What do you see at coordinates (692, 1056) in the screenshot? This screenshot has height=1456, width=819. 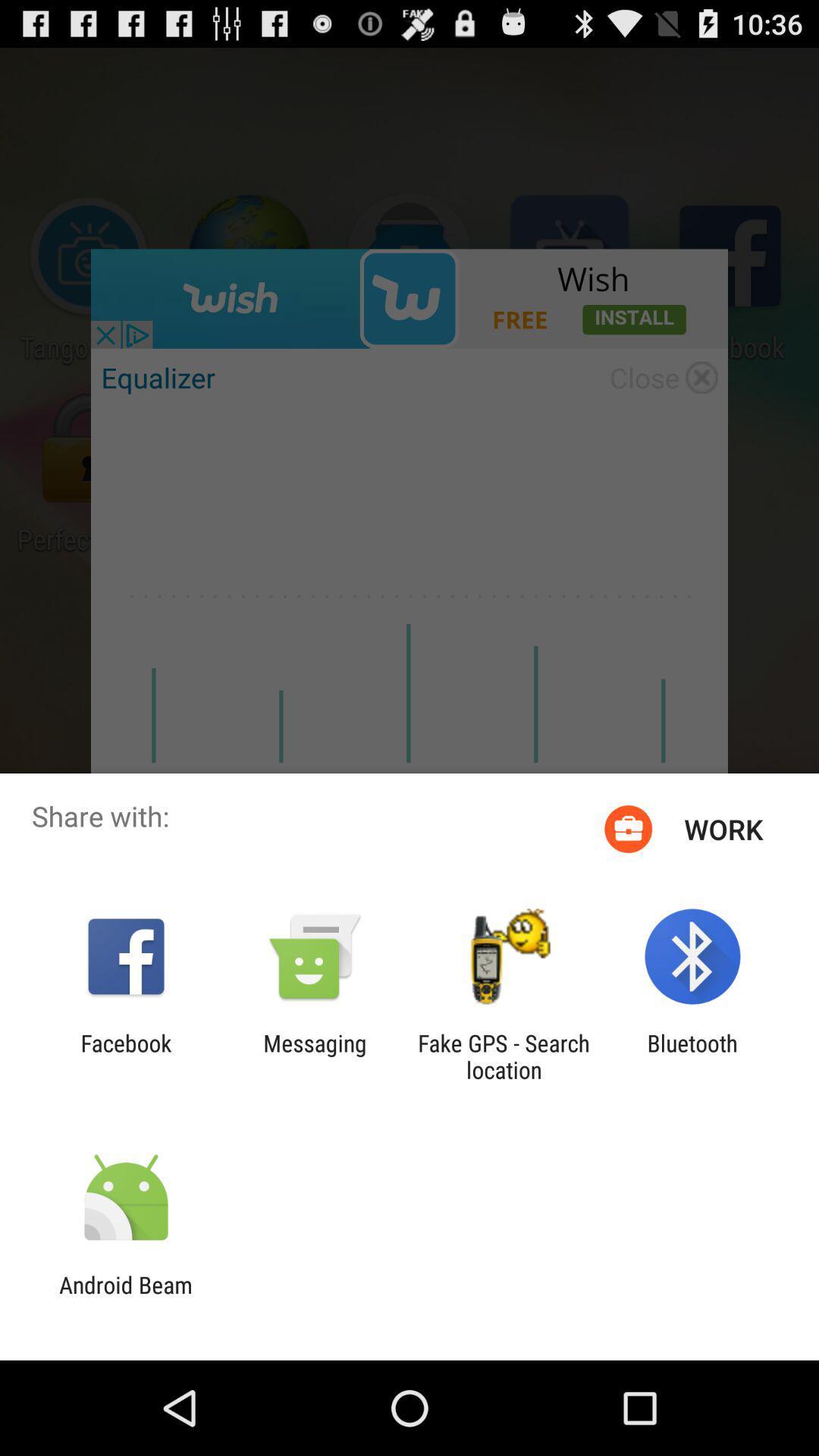 I see `the bluetooth at the bottom right corner` at bounding box center [692, 1056].